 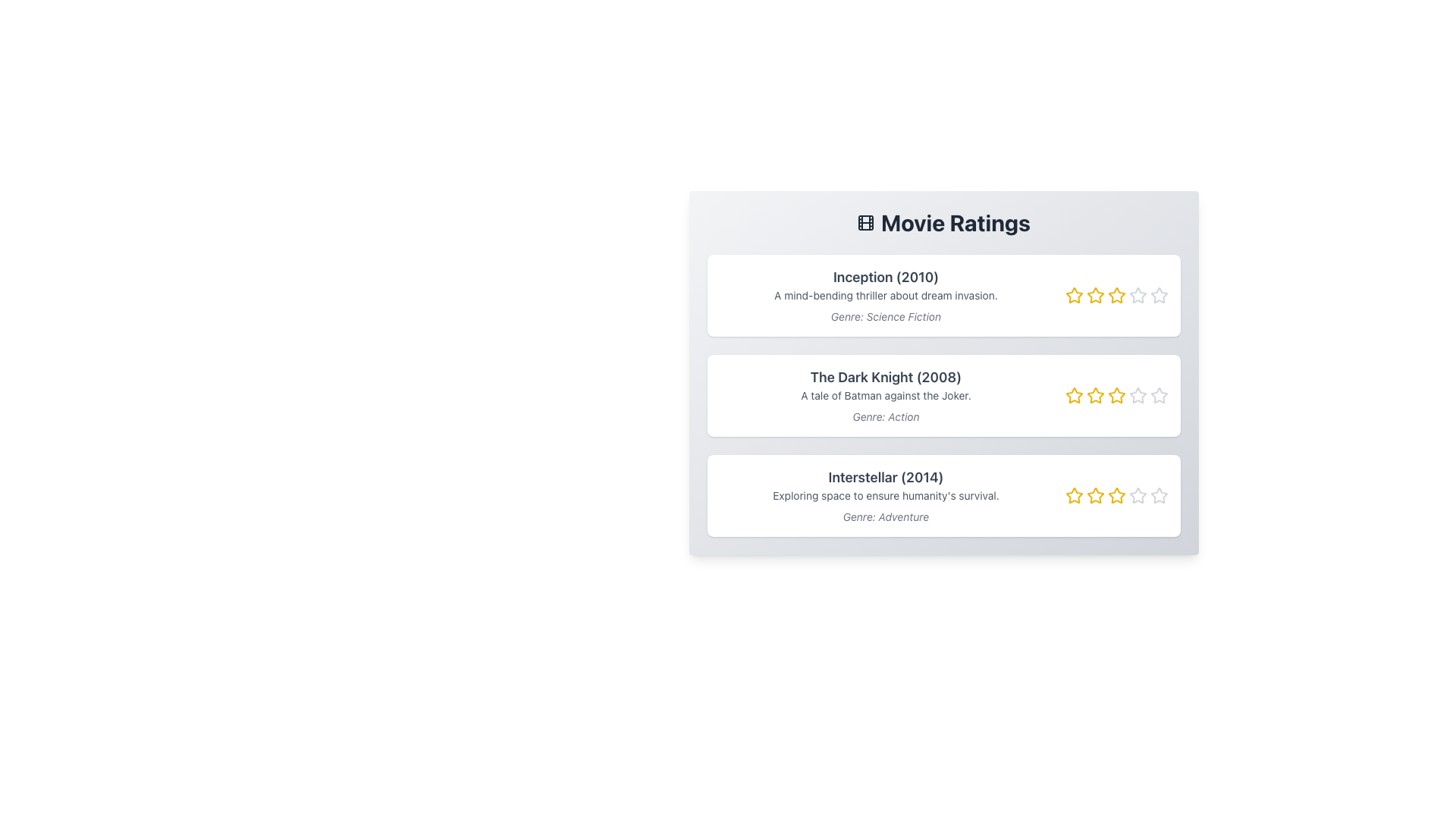 I want to click on the text label indicating the genre of the movie 'The Dark Knight (2008)', which displays 'Action' and is located at the bottom of the movie's title and description, so click(x=886, y=417).